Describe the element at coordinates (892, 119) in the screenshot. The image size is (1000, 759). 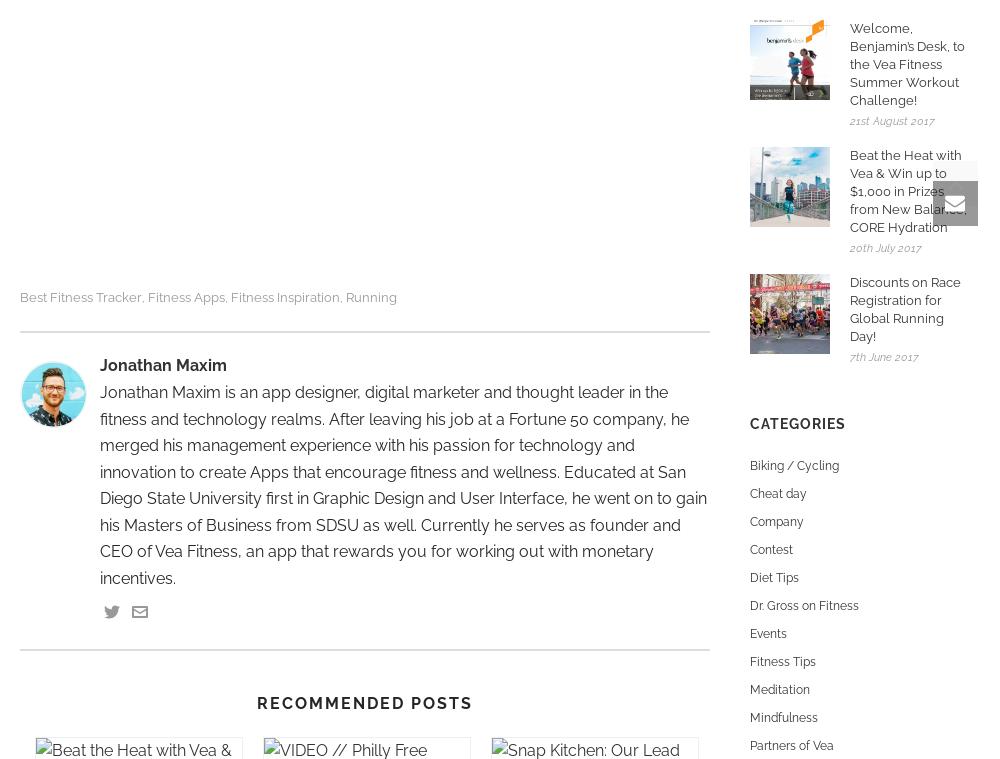
I see `'21st August 2017'` at that location.